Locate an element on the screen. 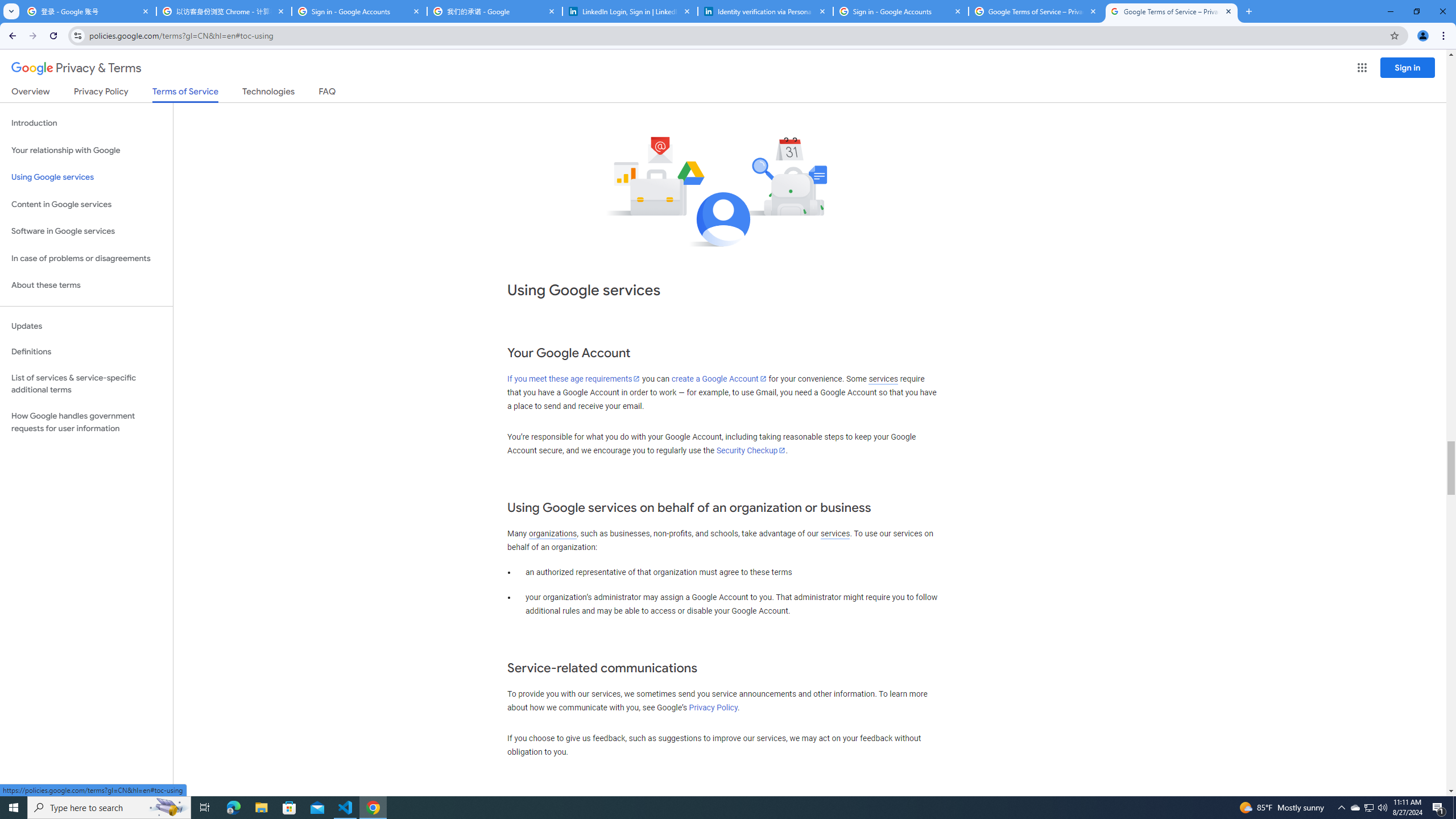  'List of services & service-specific additional terms' is located at coordinates (86, 383).